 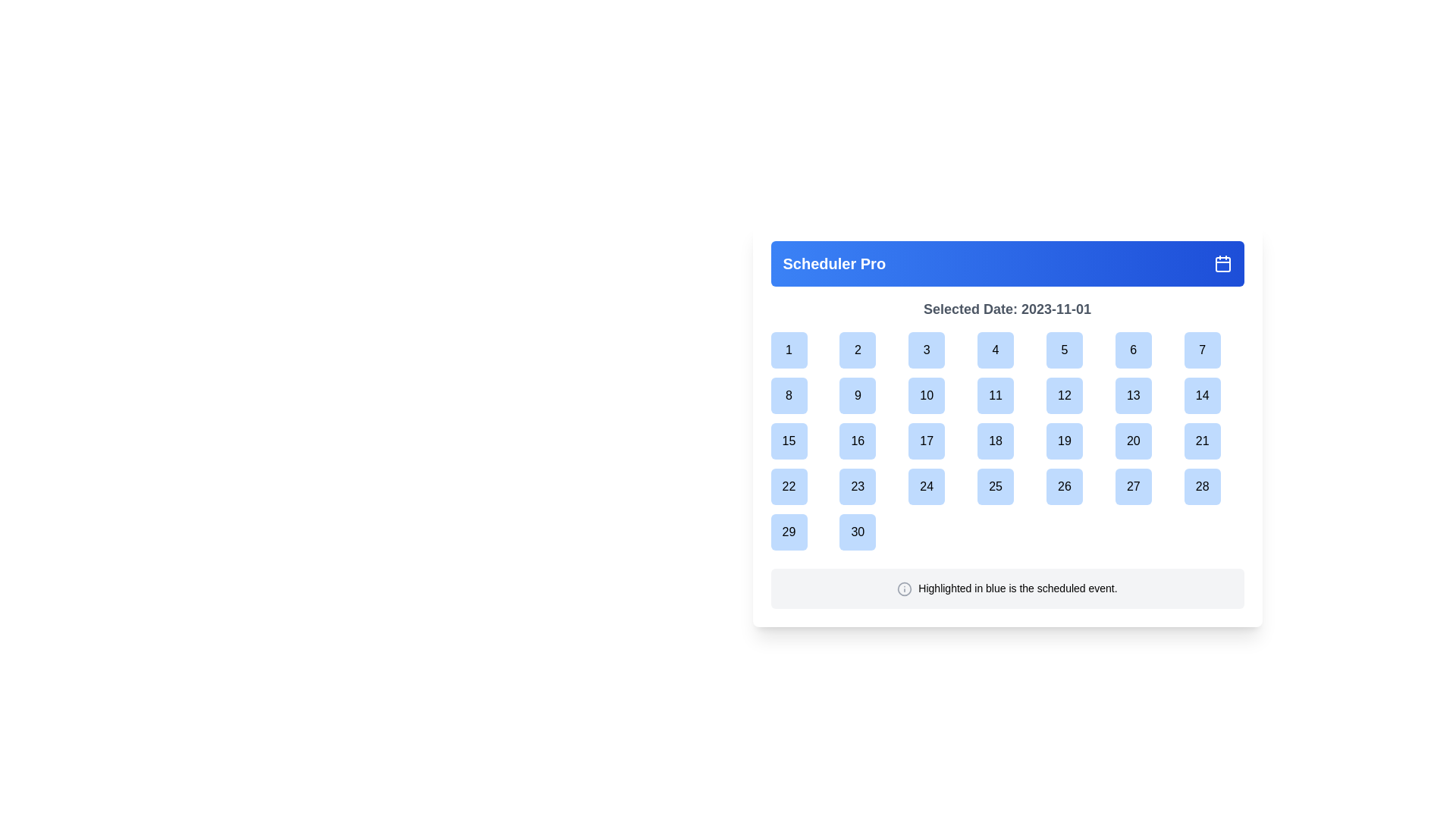 What do you see at coordinates (937, 350) in the screenshot?
I see `the button representing the date 3 in the calendar` at bounding box center [937, 350].